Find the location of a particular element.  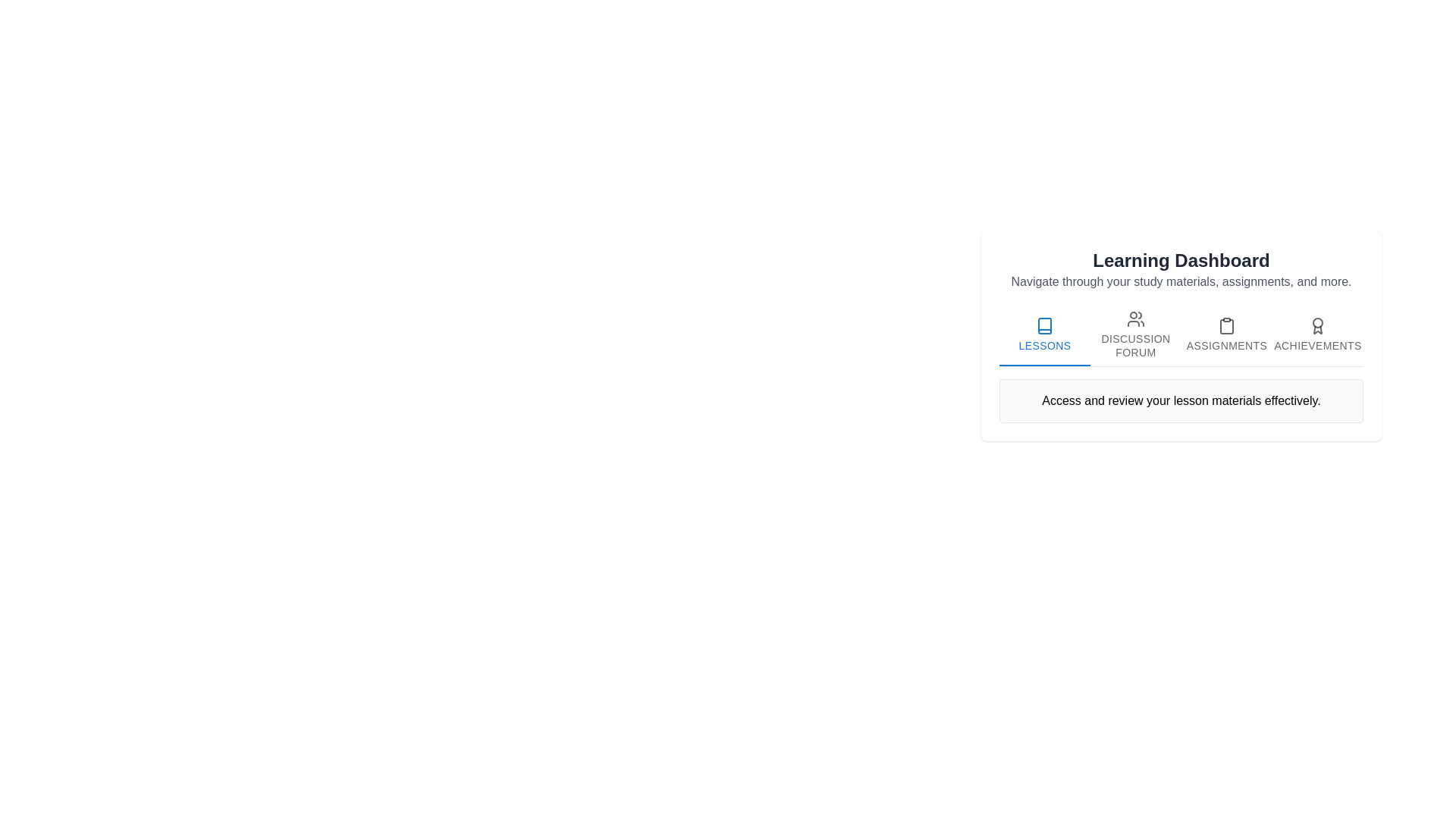

the 'Learning Dashboard' heading text element, which is displayed in bold and larger size compared to nearby text, located at the top of a card-like interface is located at coordinates (1181, 259).